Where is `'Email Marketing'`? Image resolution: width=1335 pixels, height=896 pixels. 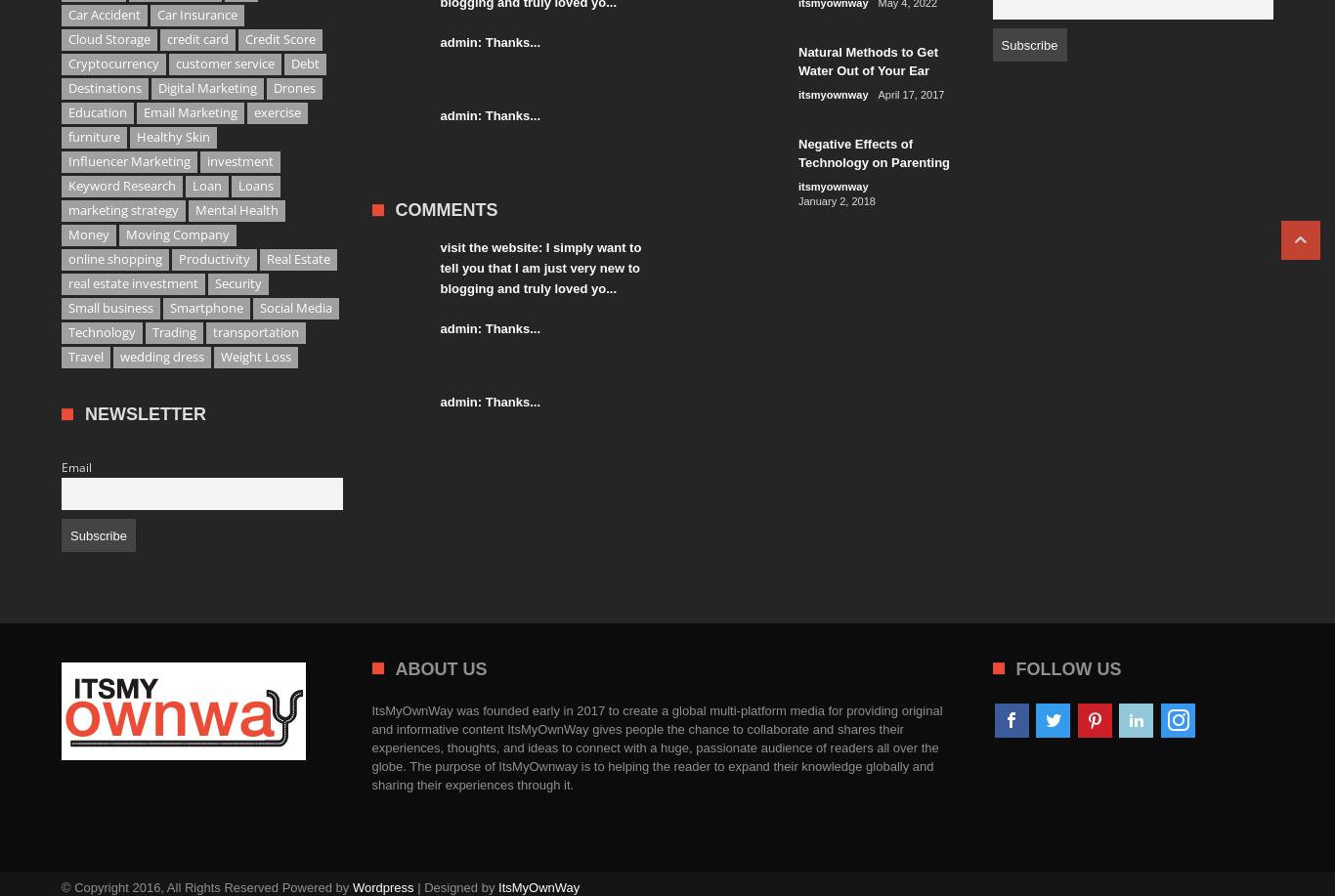 'Email Marketing' is located at coordinates (190, 110).